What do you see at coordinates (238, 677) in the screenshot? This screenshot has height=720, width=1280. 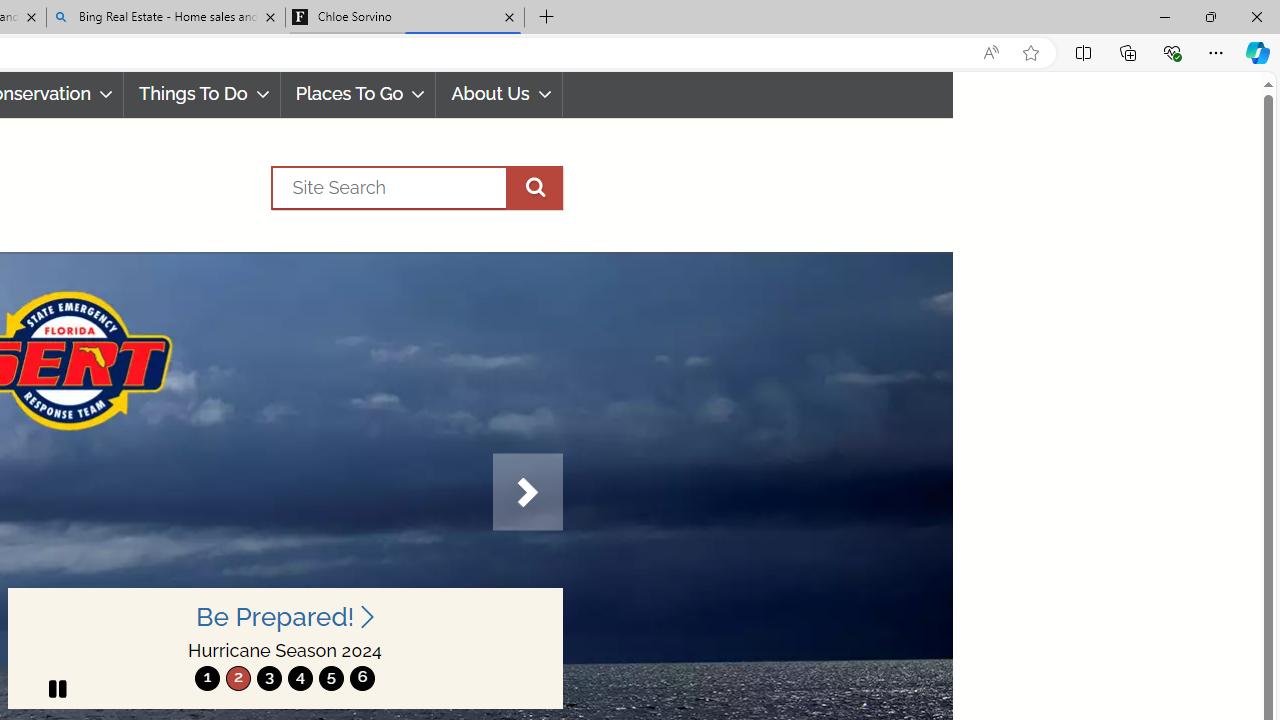 I see `'move to slide 2'` at bounding box center [238, 677].